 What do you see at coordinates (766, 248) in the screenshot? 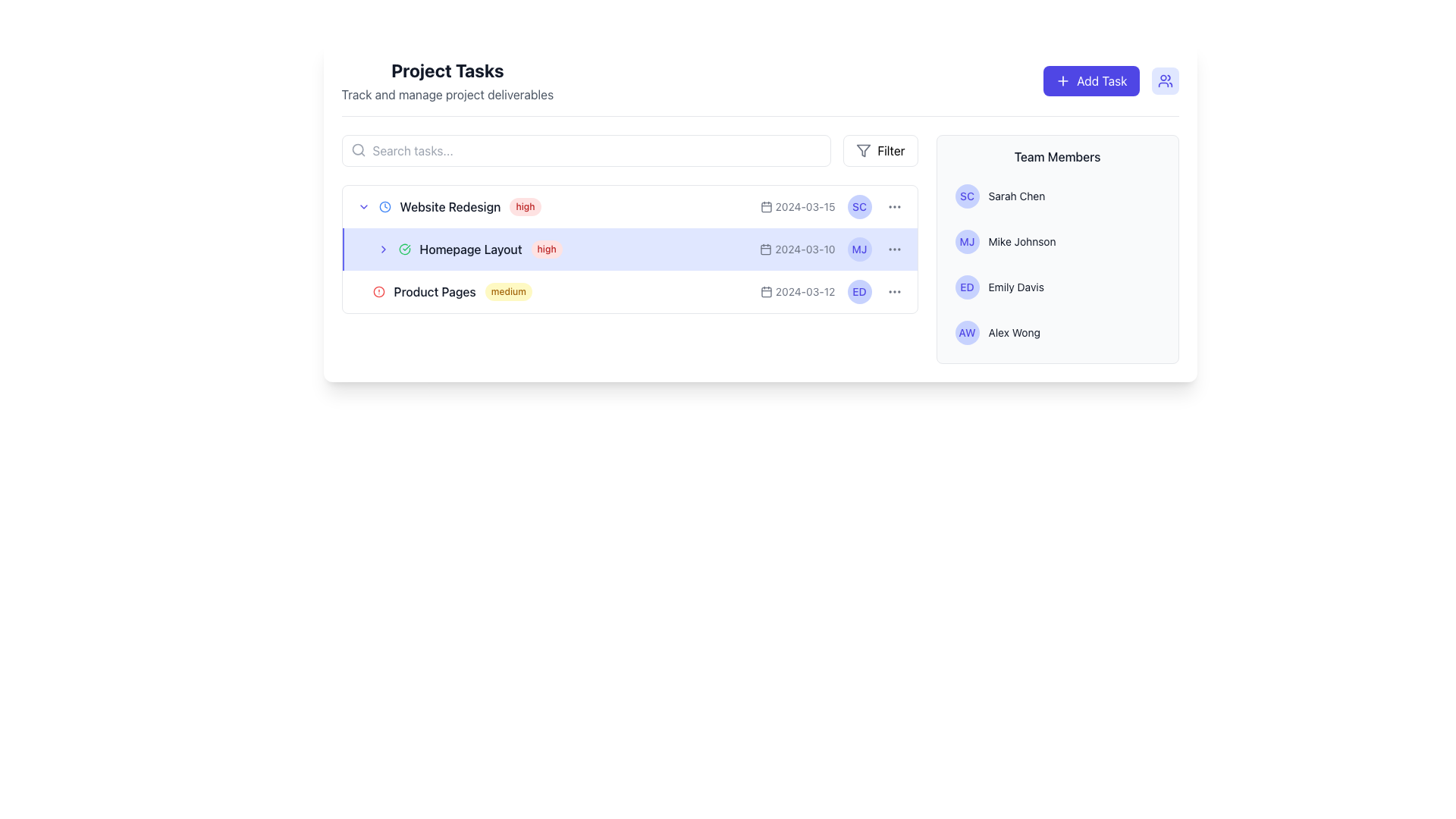
I see `the calendar icon to interact with the due date associated with the task 'Homepage Layout'. This icon is located to the left of the date text '2024-03-10' within the blue-highlighted task row` at bounding box center [766, 248].